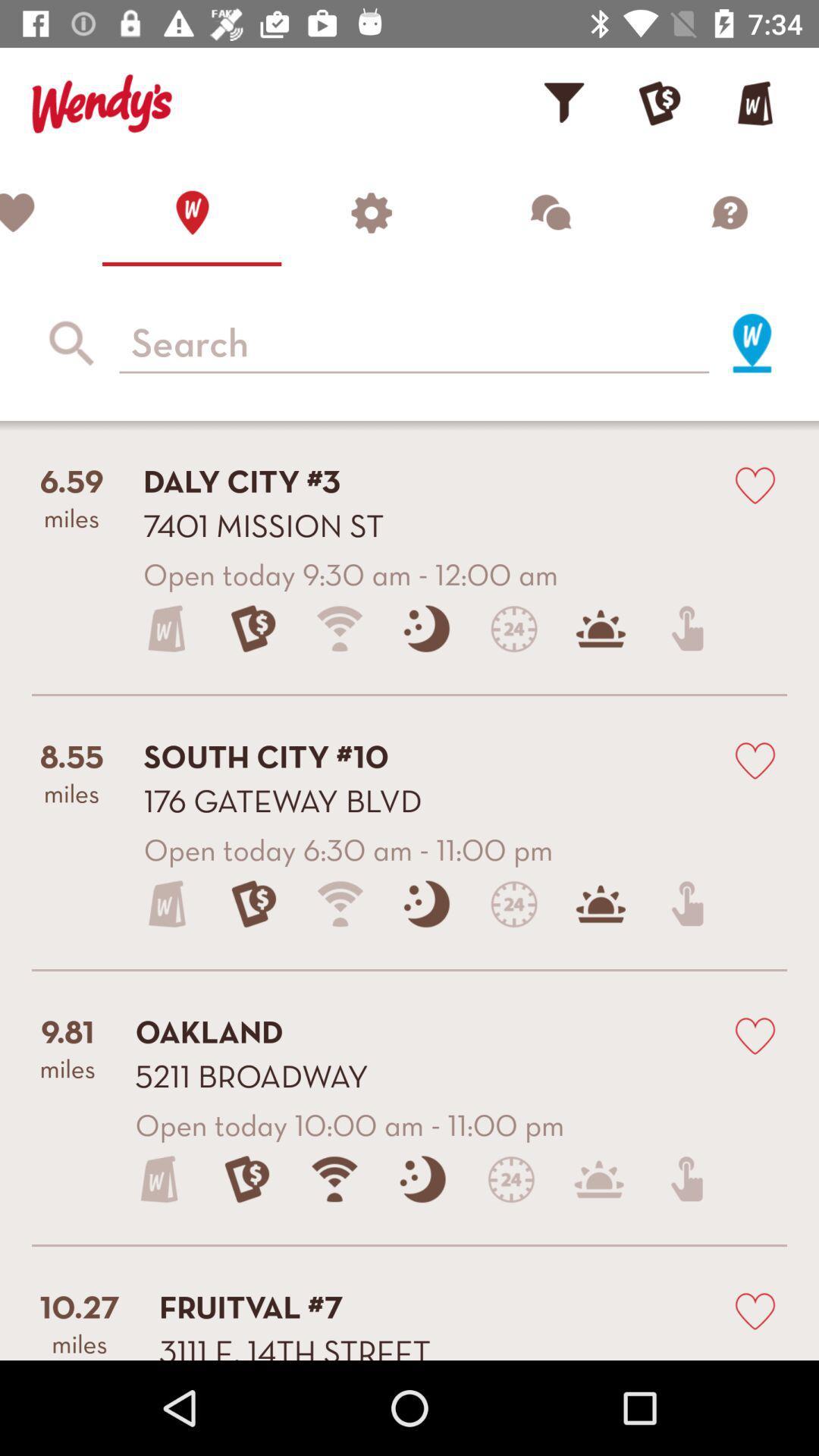 This screenshot has width=819, height=1456. I want to click on messages, so click(550, 212).